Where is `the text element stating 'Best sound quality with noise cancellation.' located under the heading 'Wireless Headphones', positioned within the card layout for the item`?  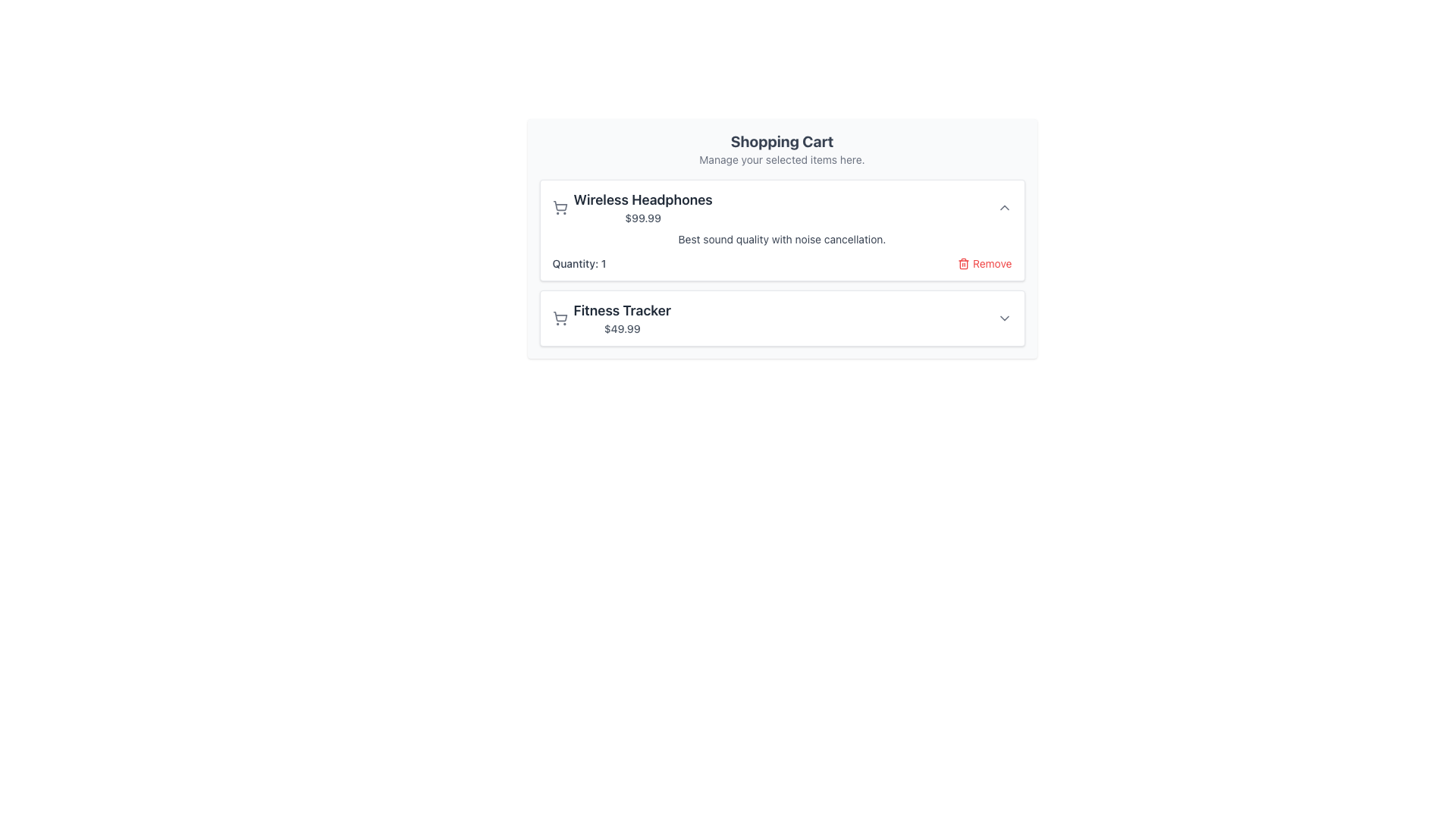 the text element stating 'Best sound quality with noise cancellation.' located under the heading 'Wireless Headphones', positioned within the card layout for the item is located at coordinates (782, 239).